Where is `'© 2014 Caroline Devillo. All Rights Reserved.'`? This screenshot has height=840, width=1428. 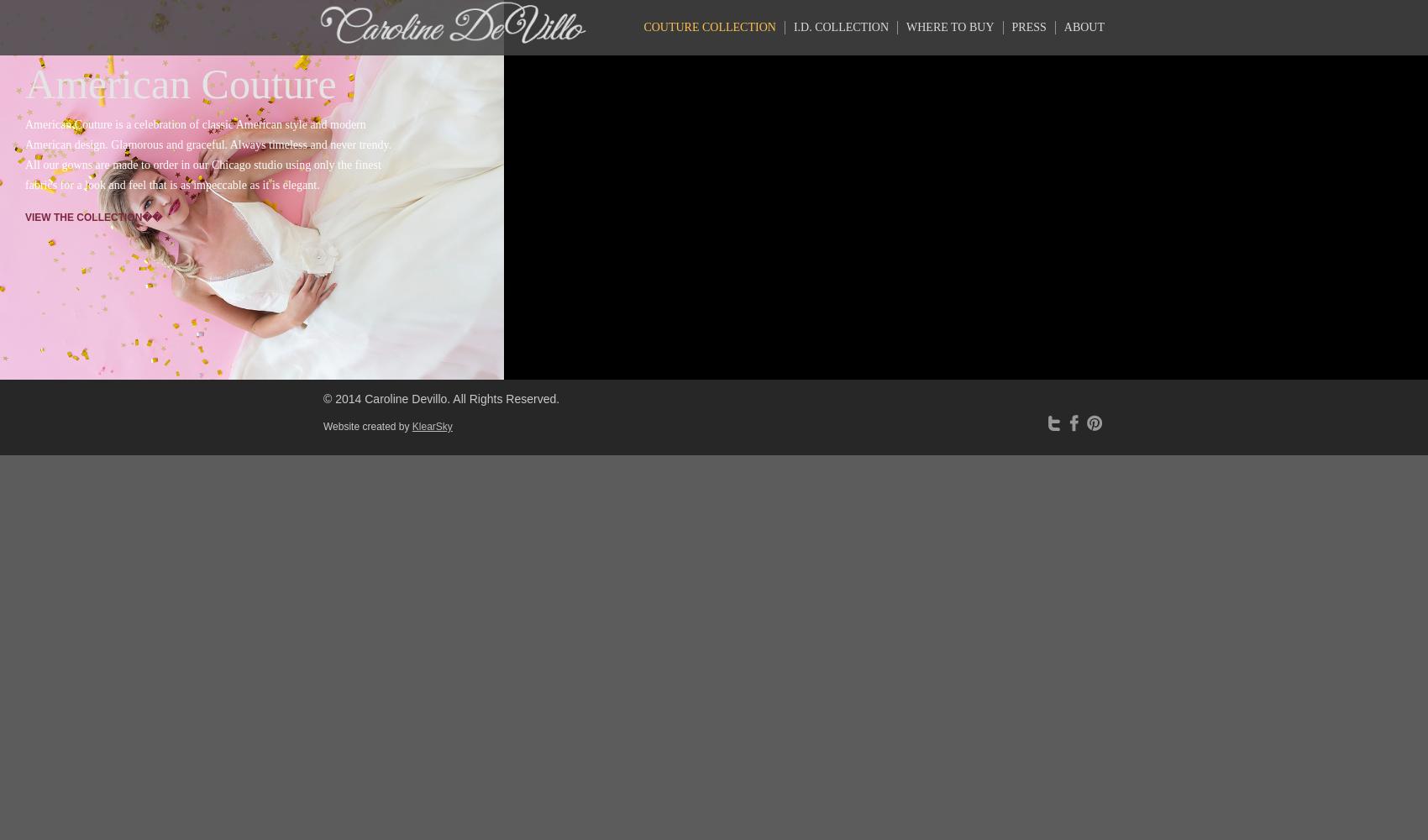
'© 2014 Caroline Devillo. All Rights Reserved.' is located at coordinates (441, 398).